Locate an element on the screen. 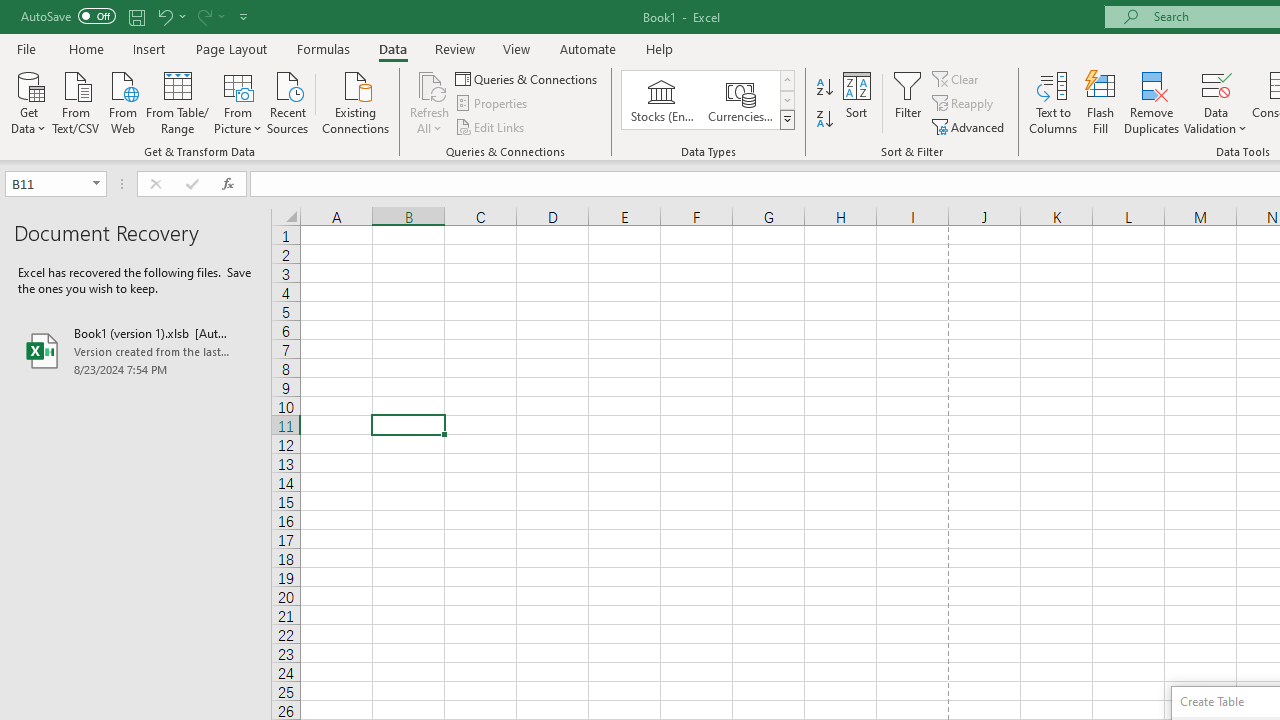  'Name Box' is located at coordinates (56, 183).